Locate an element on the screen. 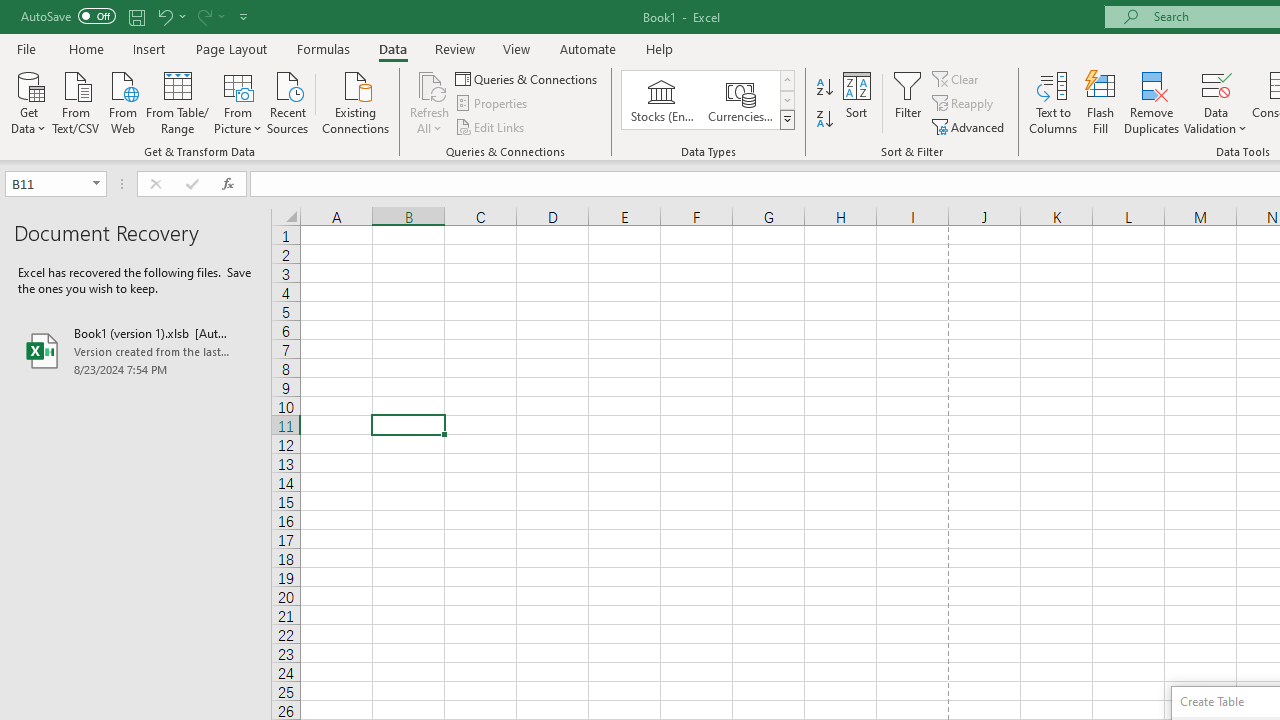  'Name Box' is located at coordinates (56, 183).